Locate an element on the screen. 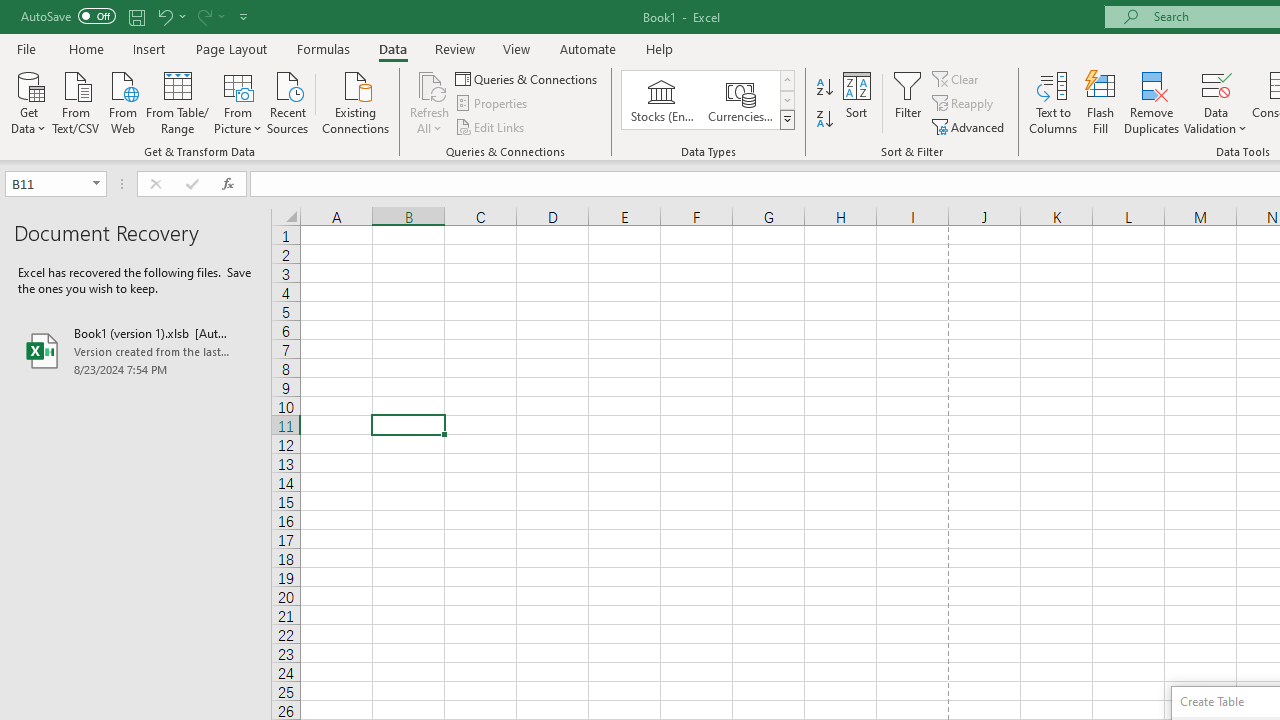  'Name Box' is located at coordinates (56, 183).